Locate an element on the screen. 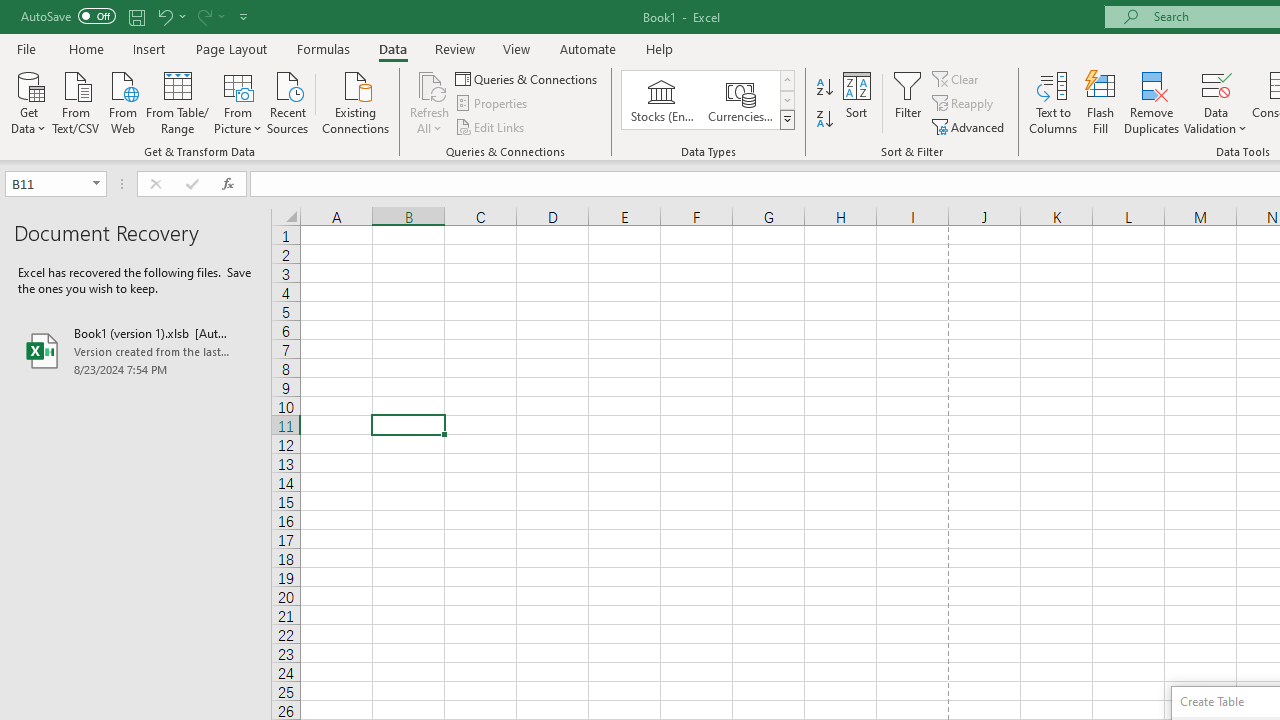  'Name Box' is located at coordinates (56, 183).